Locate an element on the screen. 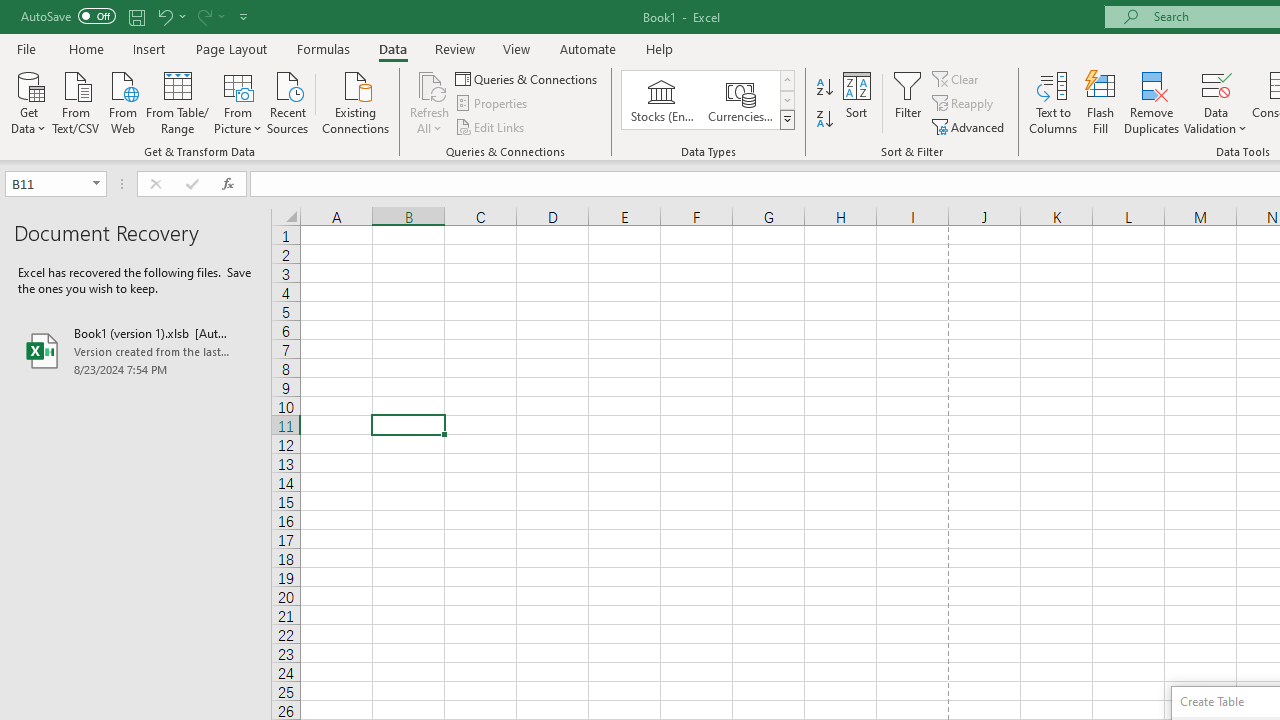  'Name Box' is located at coordinates (56, 183).